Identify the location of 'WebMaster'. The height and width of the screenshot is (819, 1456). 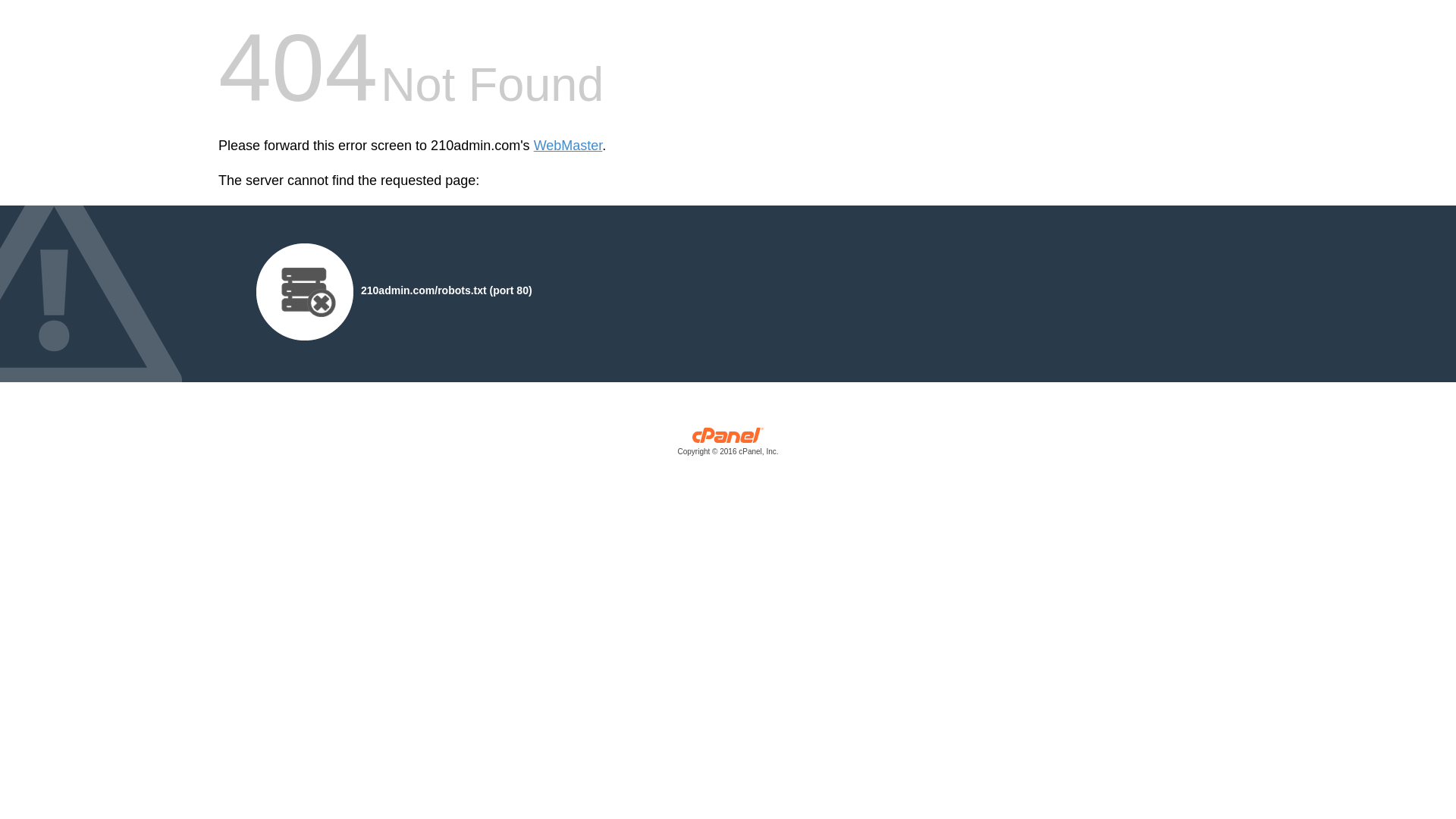
(567, 146).